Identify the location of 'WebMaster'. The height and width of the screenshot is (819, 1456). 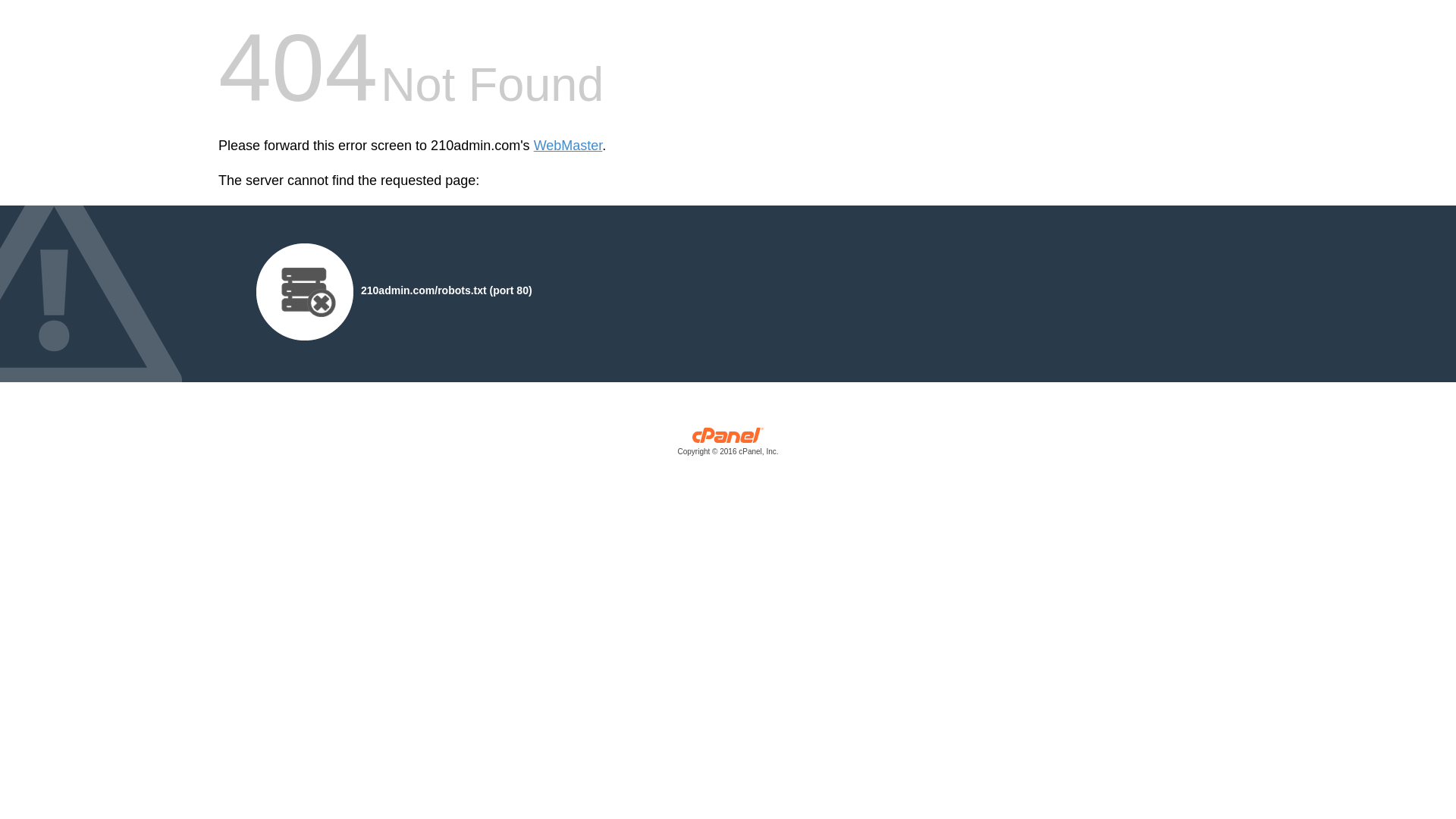
(567, 146).